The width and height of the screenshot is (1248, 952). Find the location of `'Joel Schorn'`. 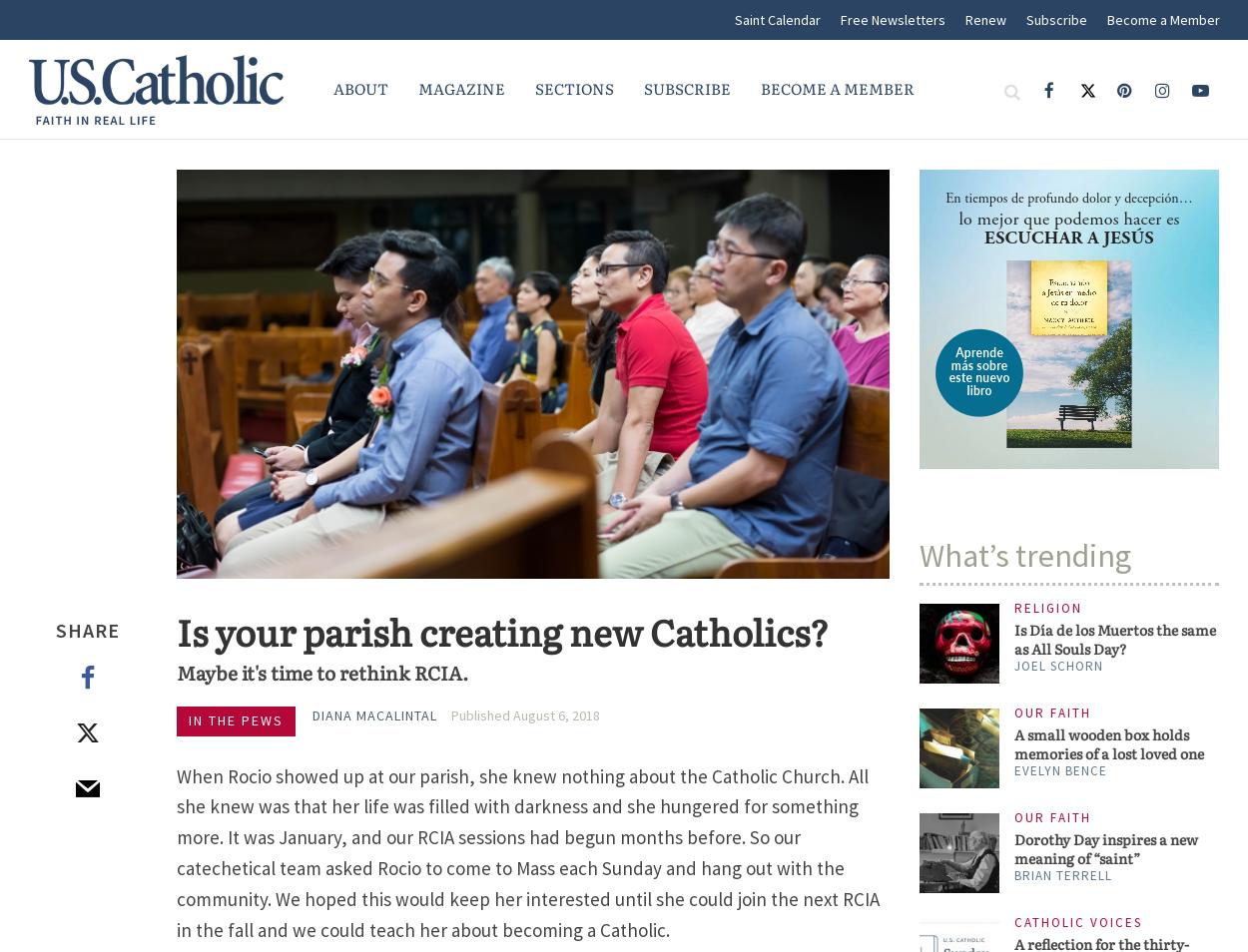

'Joel Schorn' is located at coordinates (1058, 665).